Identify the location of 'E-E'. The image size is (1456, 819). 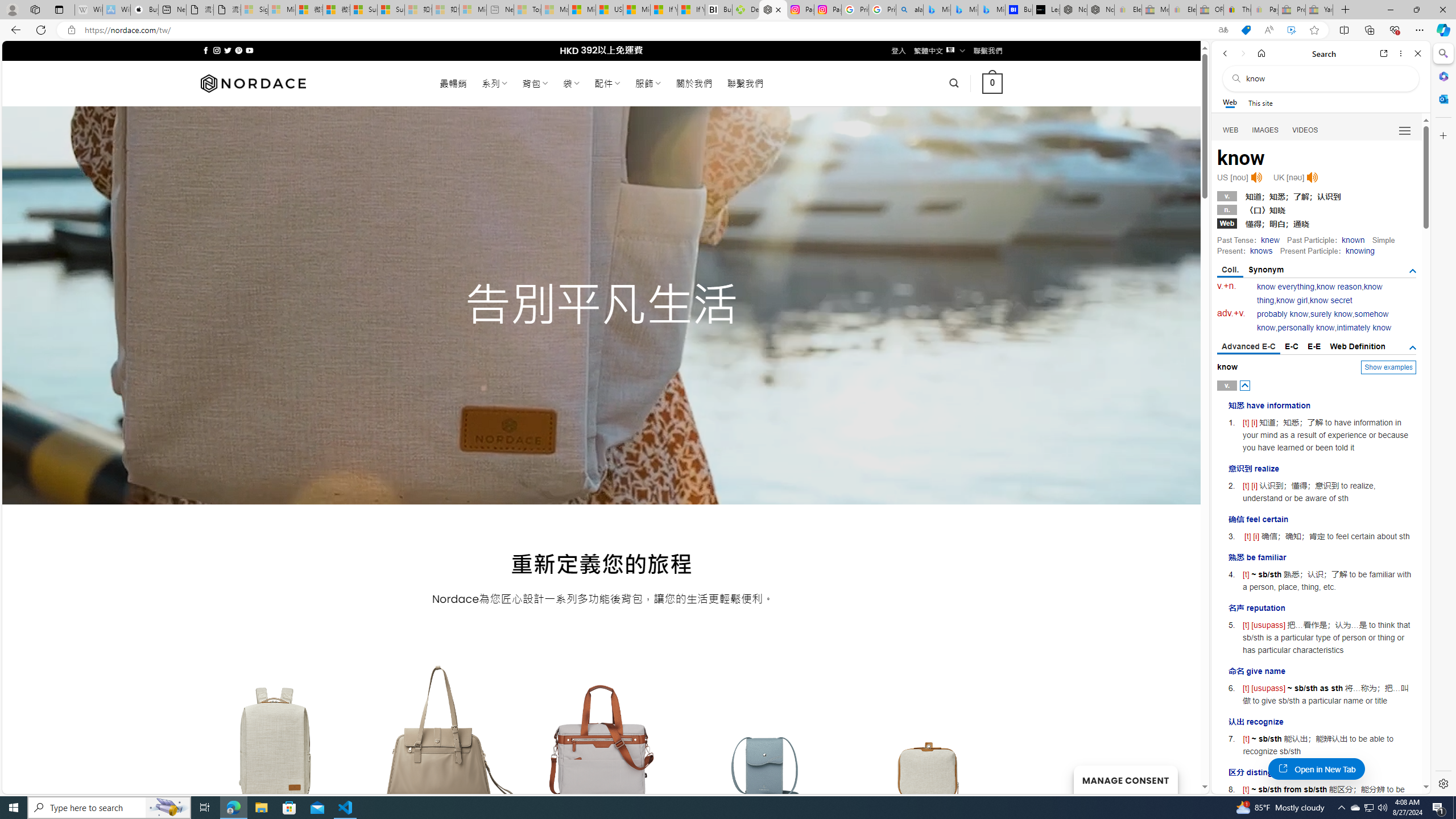
(1314, 346).